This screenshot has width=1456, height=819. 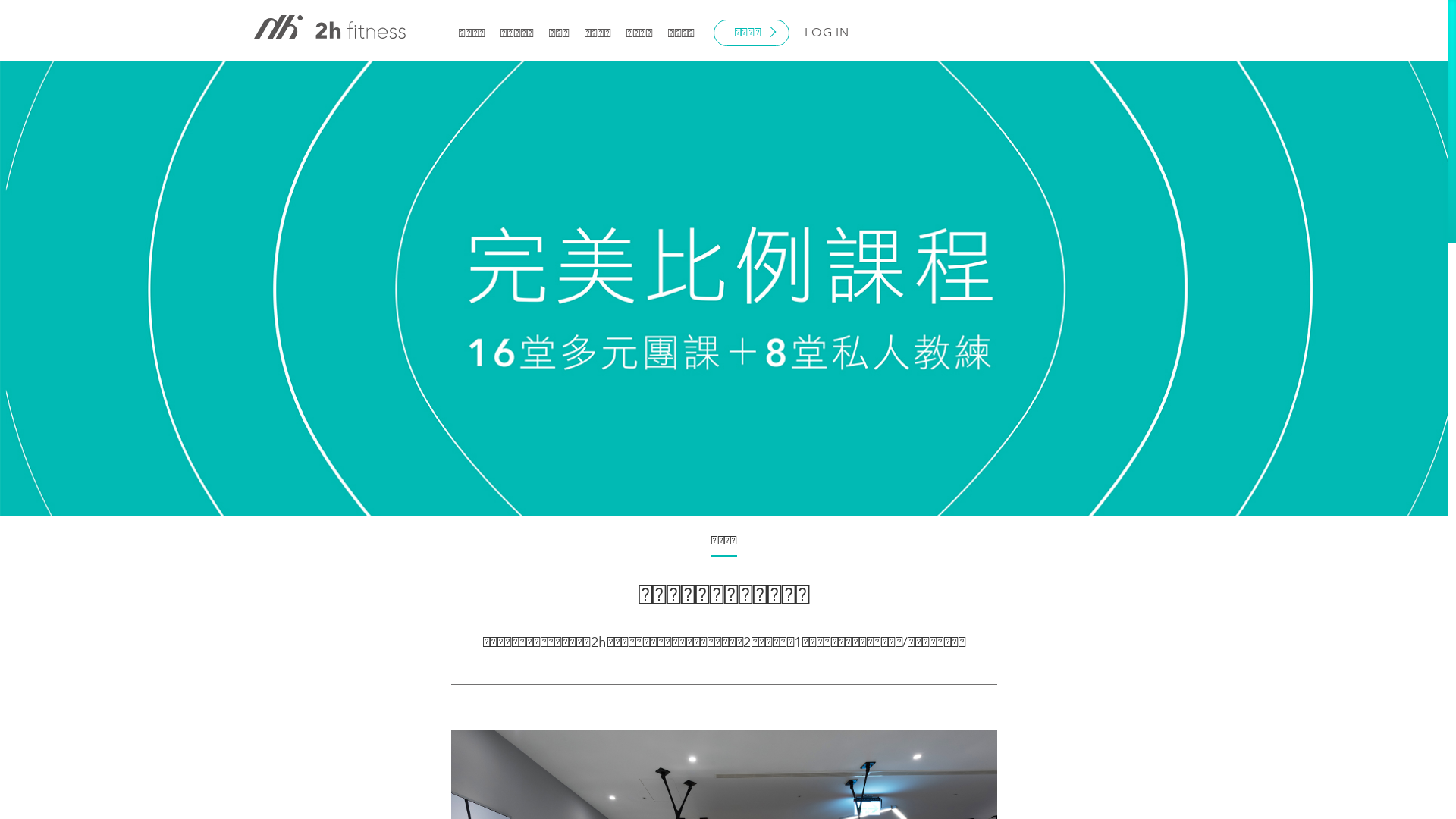 I want to click on 'LOG IN', so click(x=826, y=33).